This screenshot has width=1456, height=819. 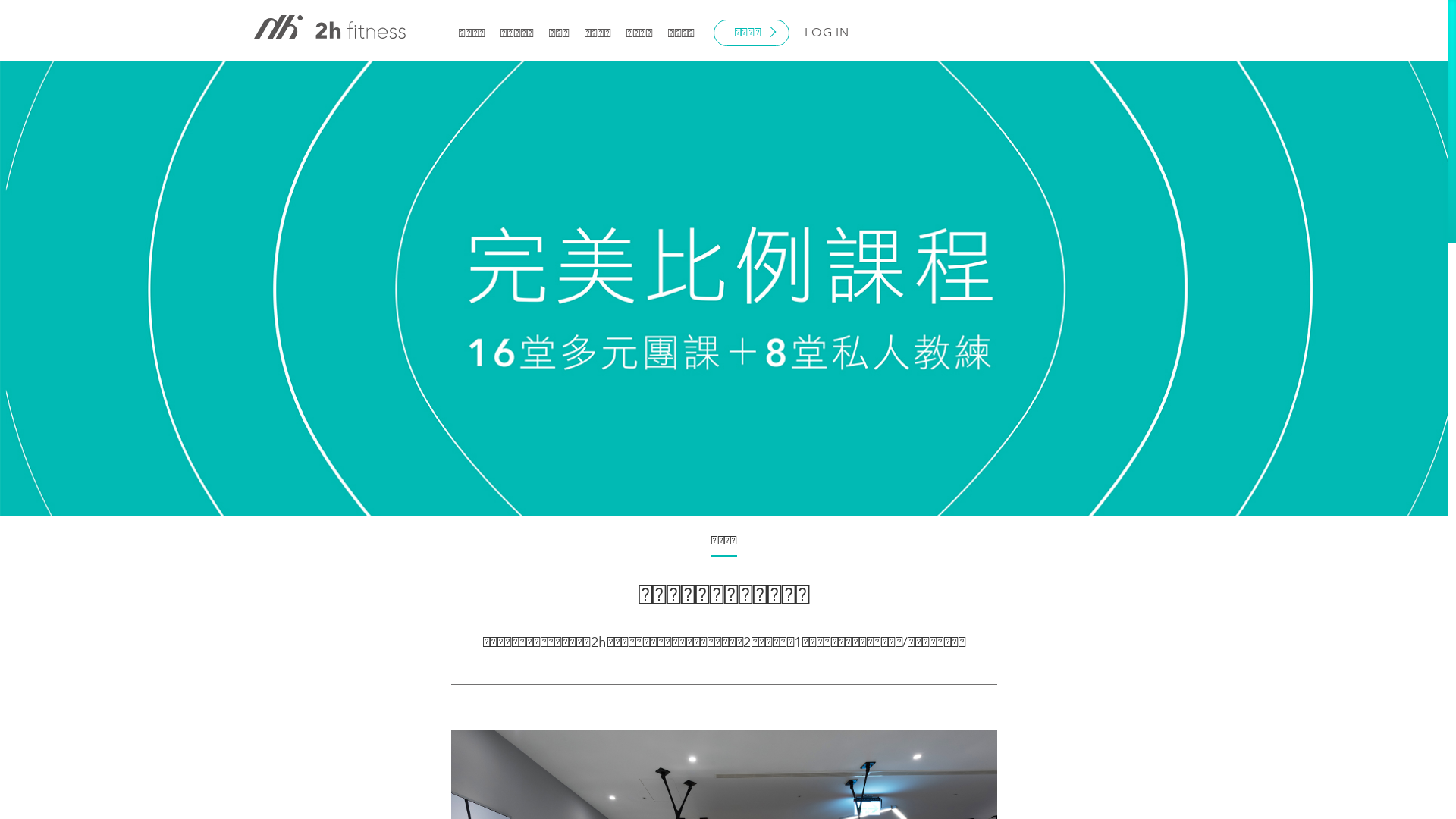 I want to click on 'LOG IN', so click(x=826, y=33).